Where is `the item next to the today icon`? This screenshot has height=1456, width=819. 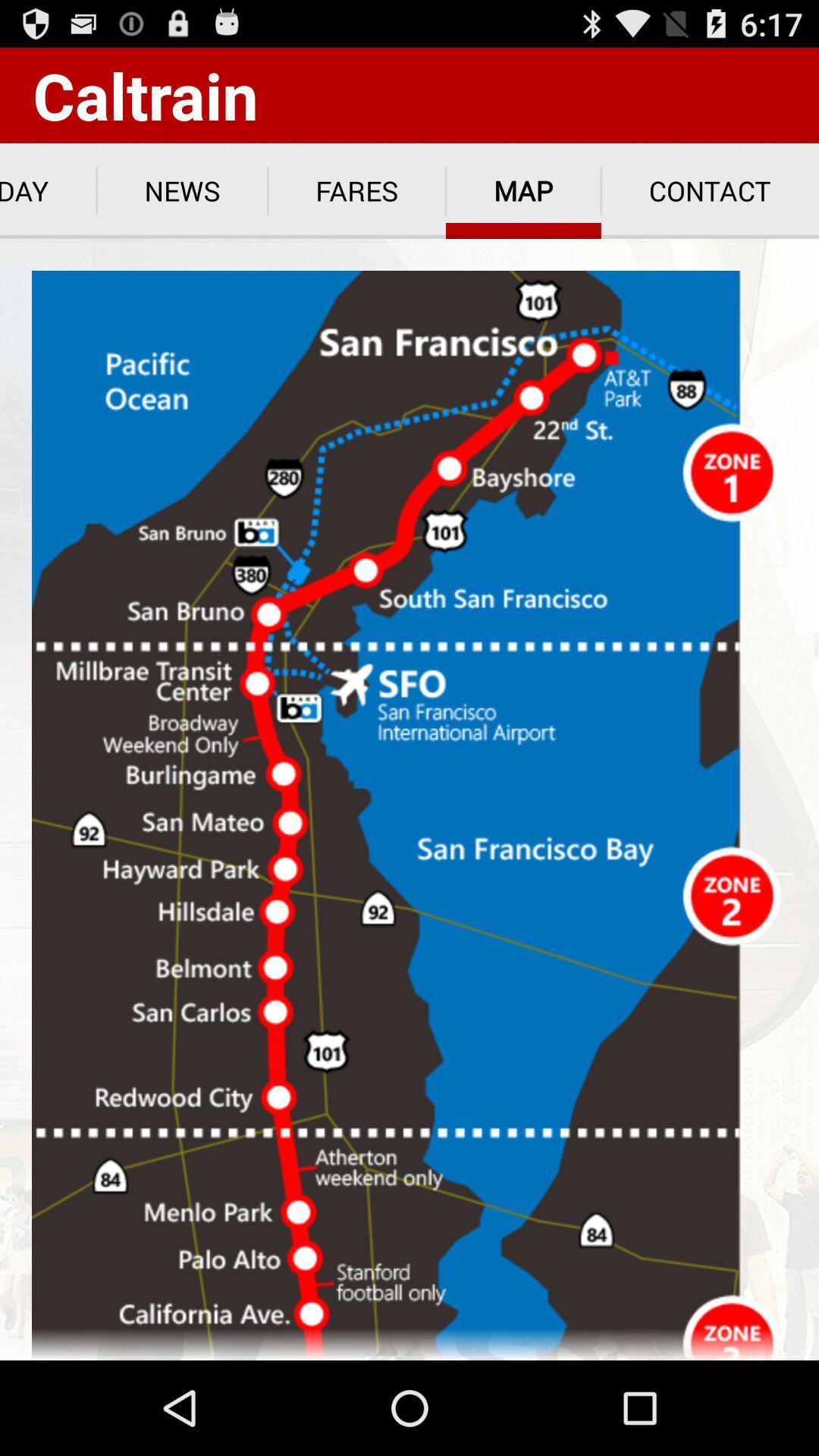 the item next to the today icon is located at coordinates (181, 190).